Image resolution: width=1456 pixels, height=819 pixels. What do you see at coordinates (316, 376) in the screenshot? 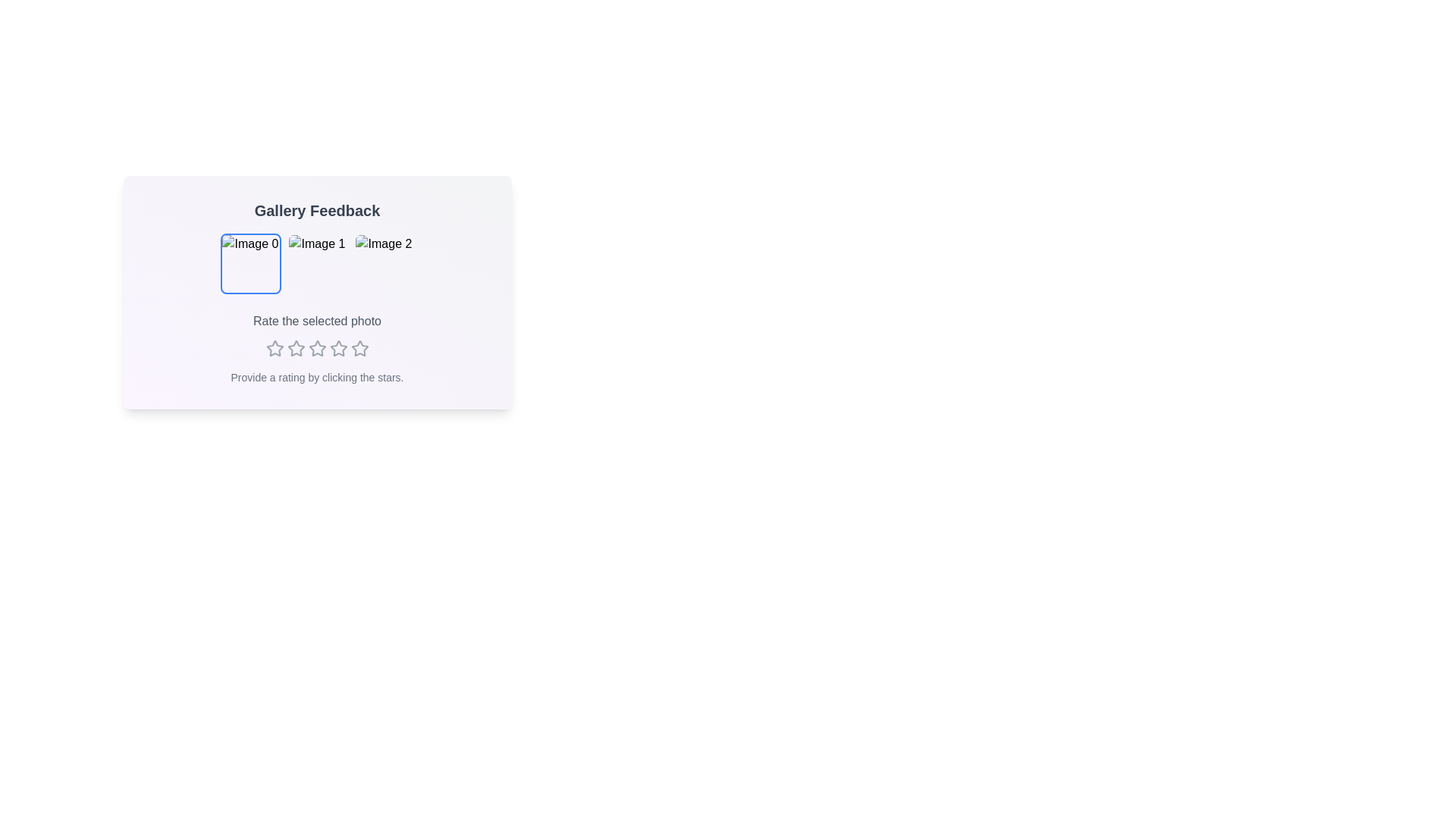
I see `the instructional static text label that guides users to provide their rating, located below the star icons in the center of the interface` at bounding box center [316, 376].